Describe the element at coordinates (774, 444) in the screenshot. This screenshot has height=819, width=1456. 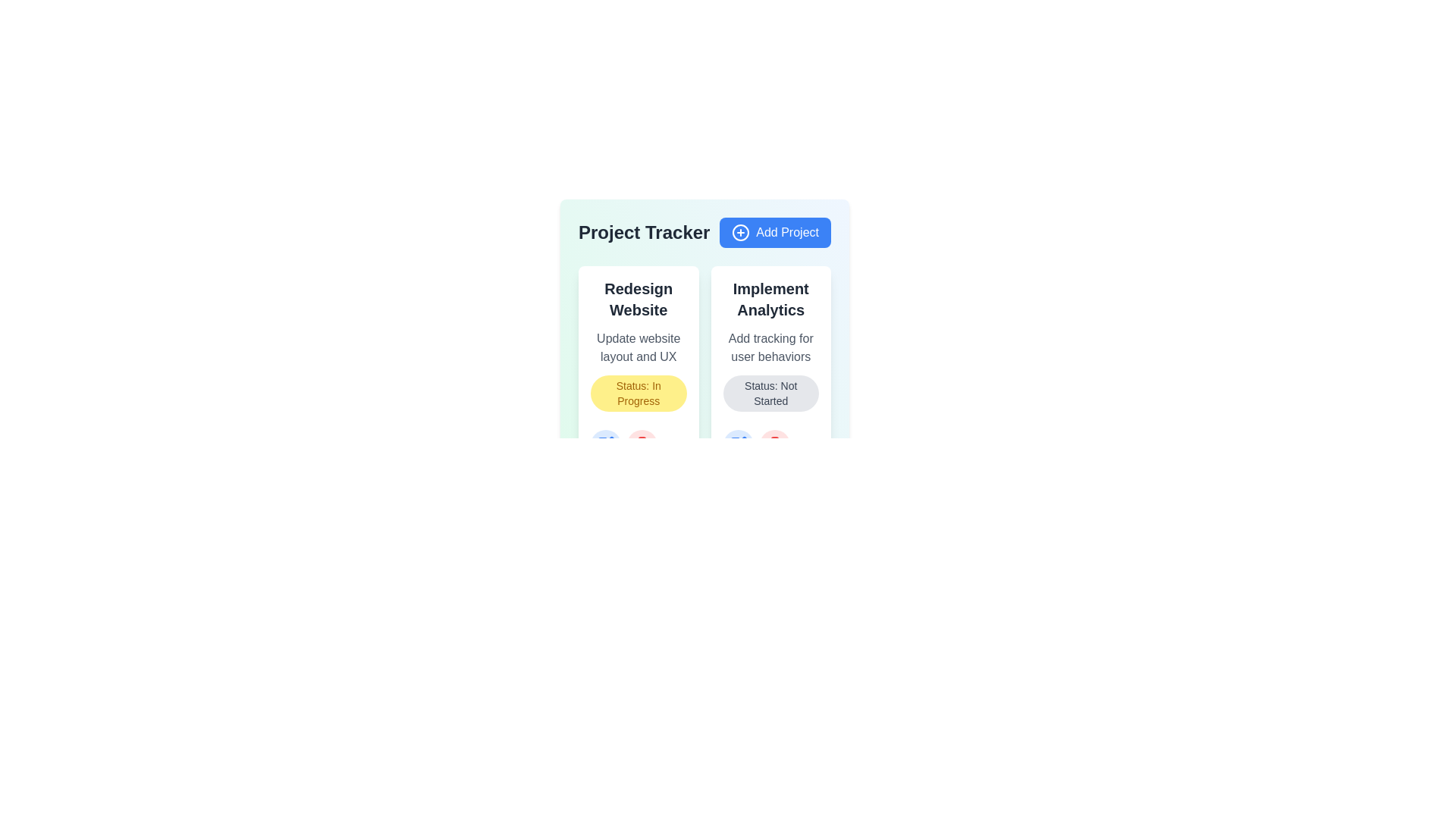
I see `delete button for the project card with the title Implement Analytics` at that location.